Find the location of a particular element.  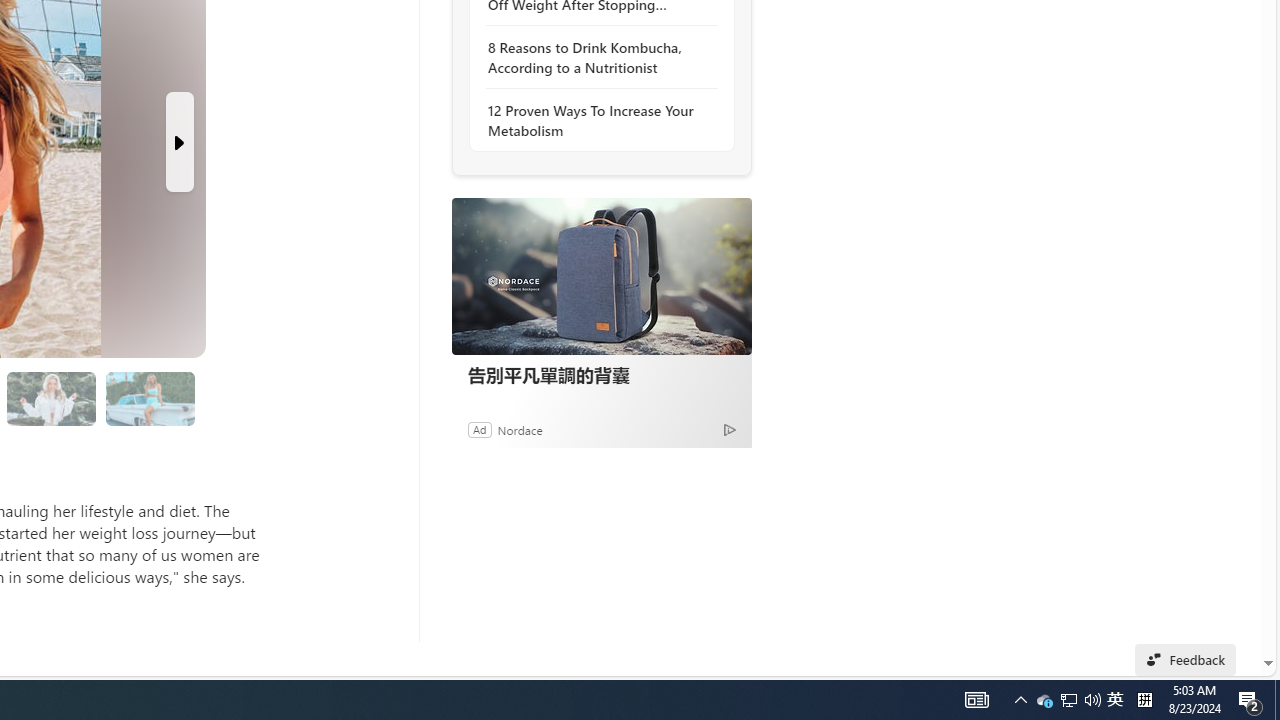

'8 I Stopped Comparing Myself to Others' is located at coordinates (148, 399).